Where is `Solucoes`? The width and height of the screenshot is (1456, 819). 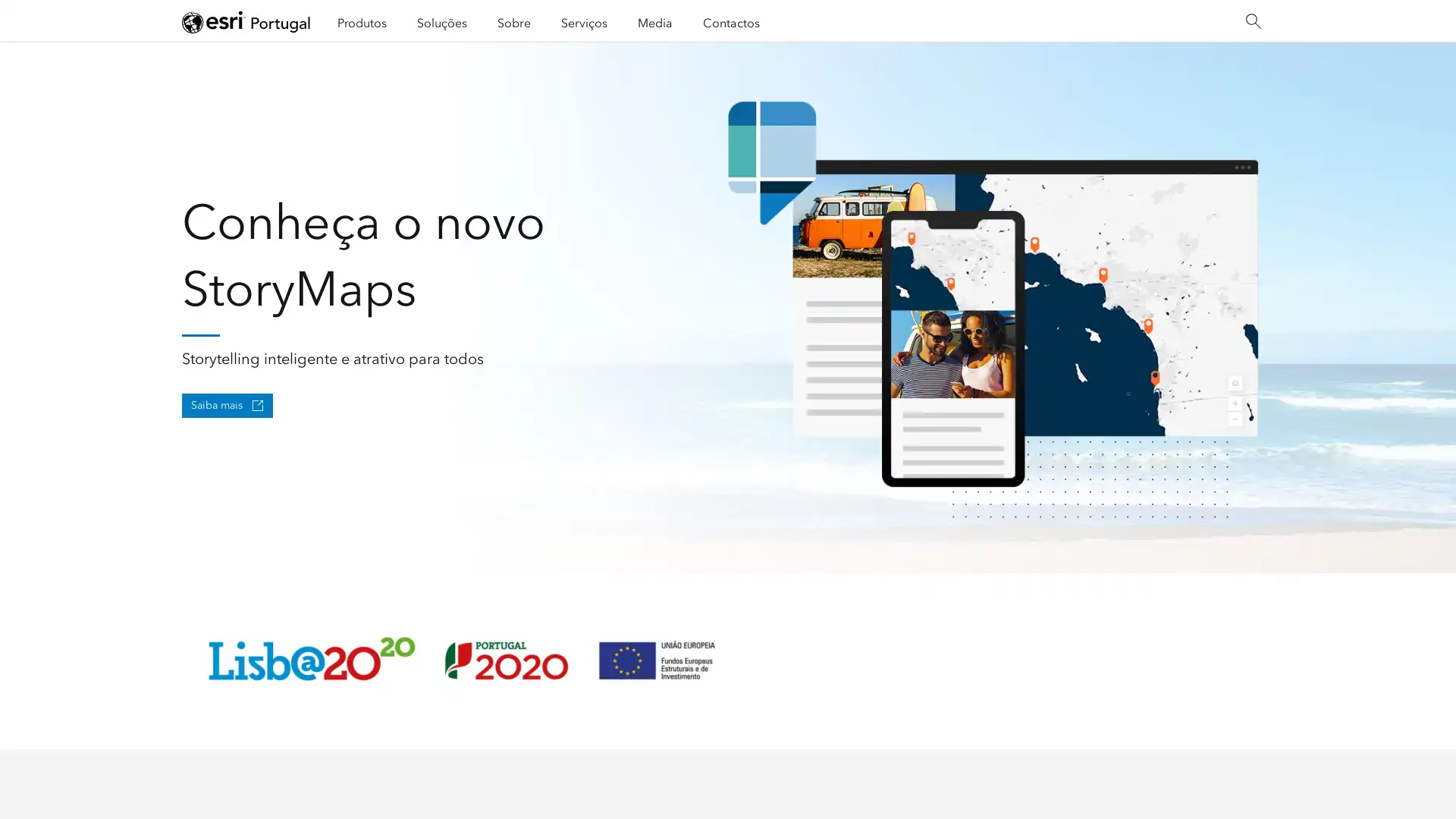
Solucoes is located at coordinates (441, 20).